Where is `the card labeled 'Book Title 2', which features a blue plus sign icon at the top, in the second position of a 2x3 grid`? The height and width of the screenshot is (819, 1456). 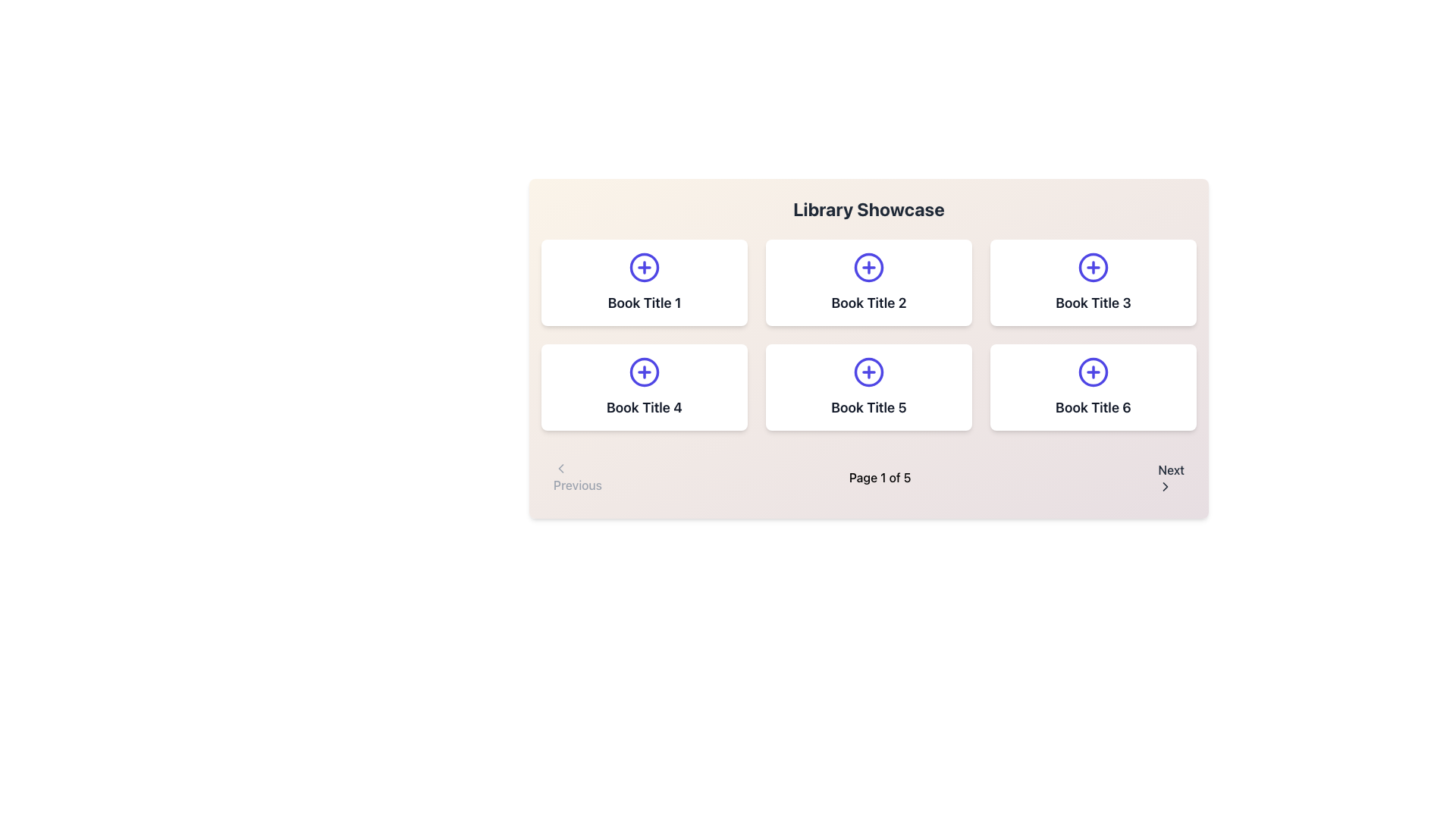
the card labeled 'Book Title 2', which features a blue plus sign icon at the top, in the second position of a 2x3 grid is located at coordinates (869, 283).